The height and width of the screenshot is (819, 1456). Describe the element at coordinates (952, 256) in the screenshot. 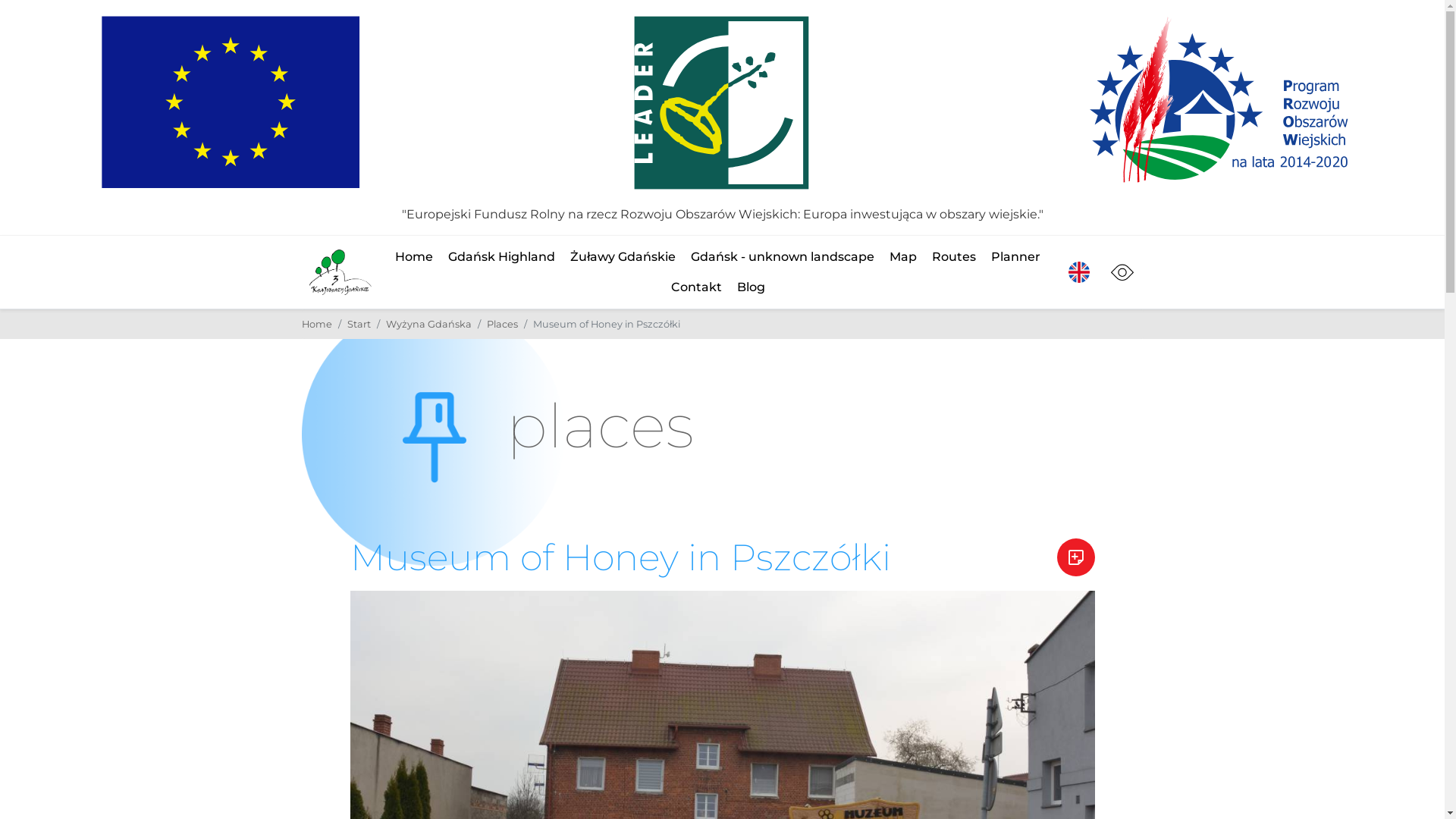

I see `'Routes'` at that location.